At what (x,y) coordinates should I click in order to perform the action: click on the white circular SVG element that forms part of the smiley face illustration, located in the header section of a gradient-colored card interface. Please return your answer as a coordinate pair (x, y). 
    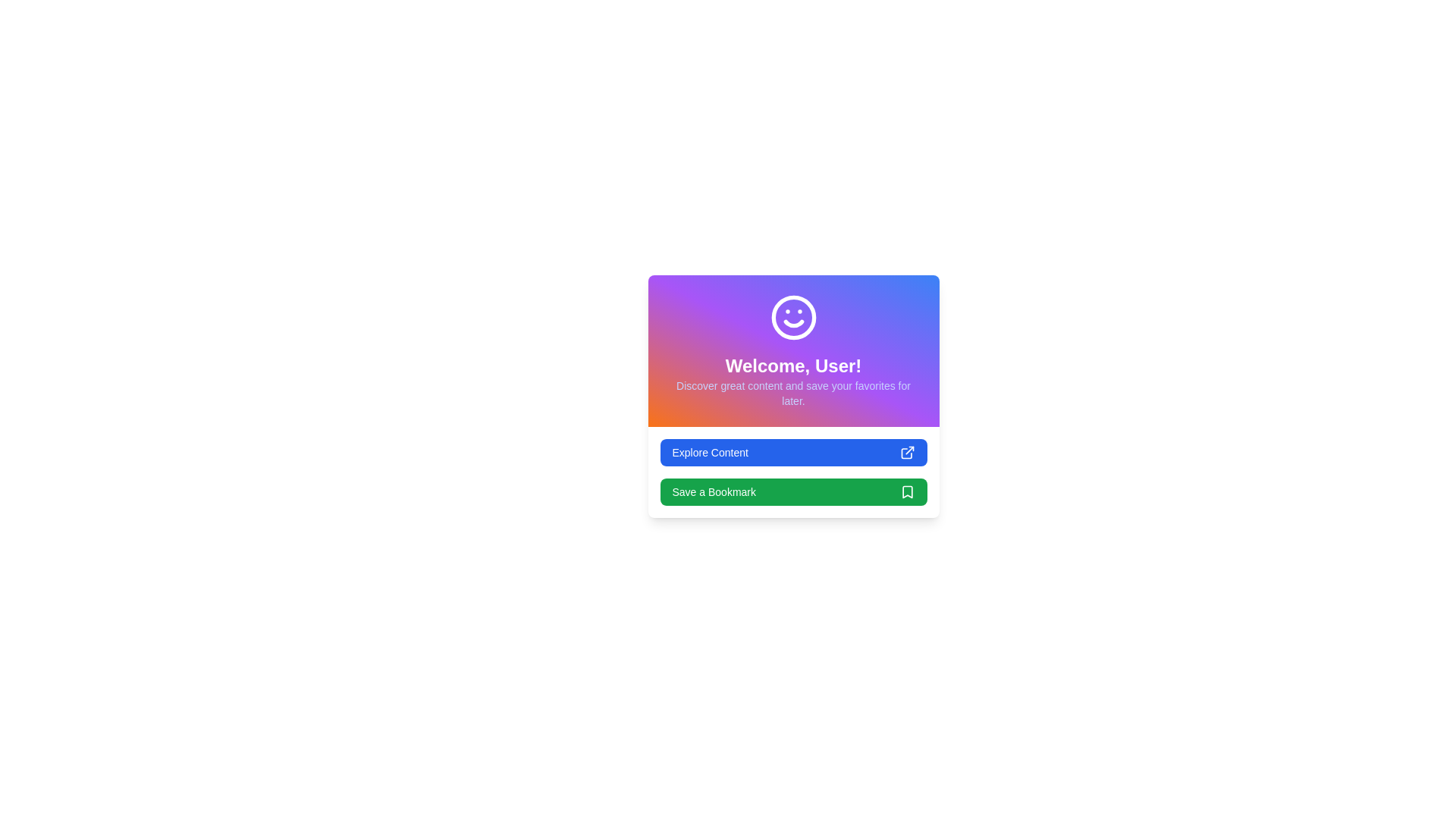
    Looking at the image, I should click on (792, 317).